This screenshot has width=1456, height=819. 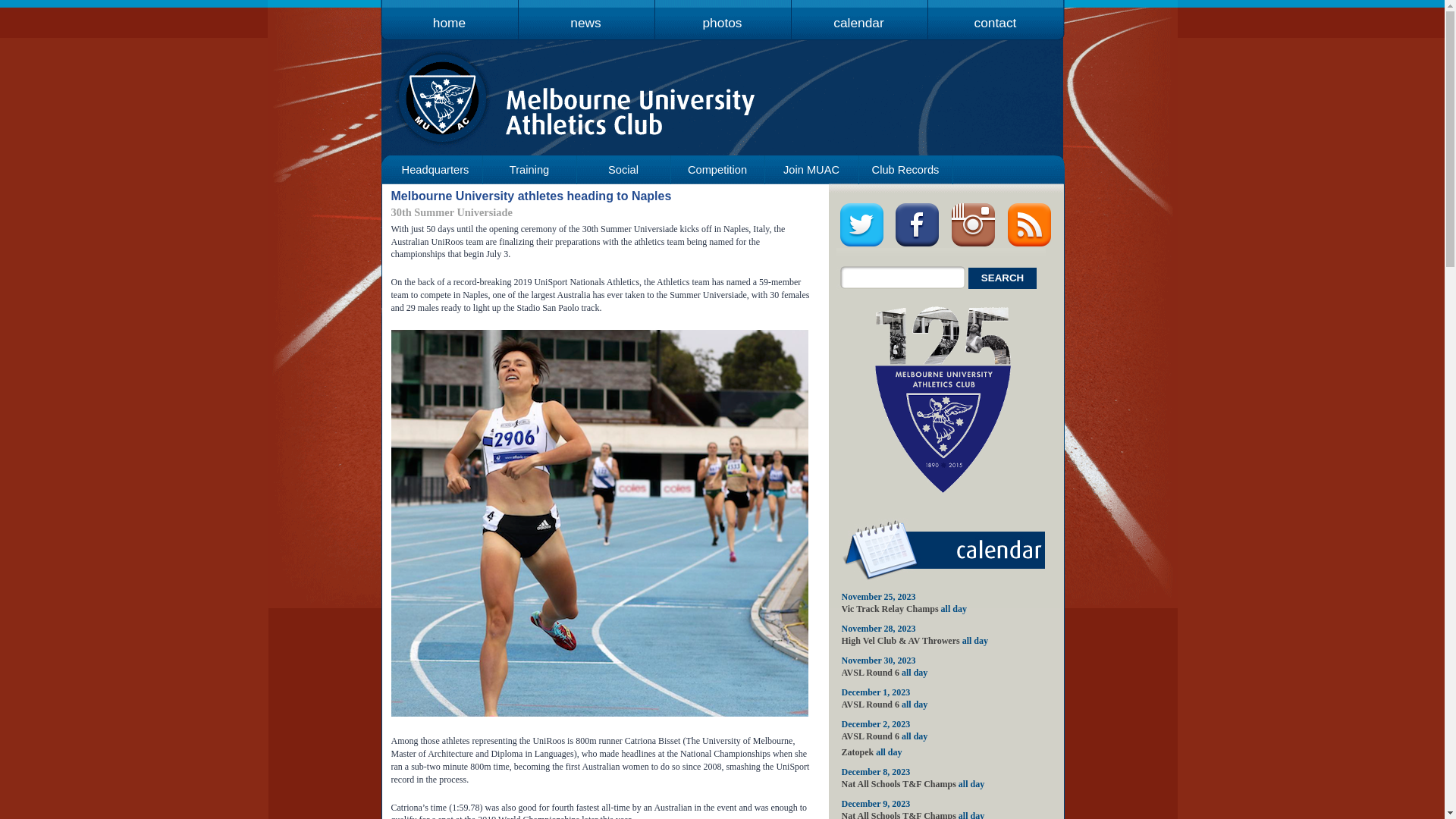 What do you see at coordinates (916, 243) in the screenshot?
I see `'visit us on facebook'` at bounding box center [916, 243].